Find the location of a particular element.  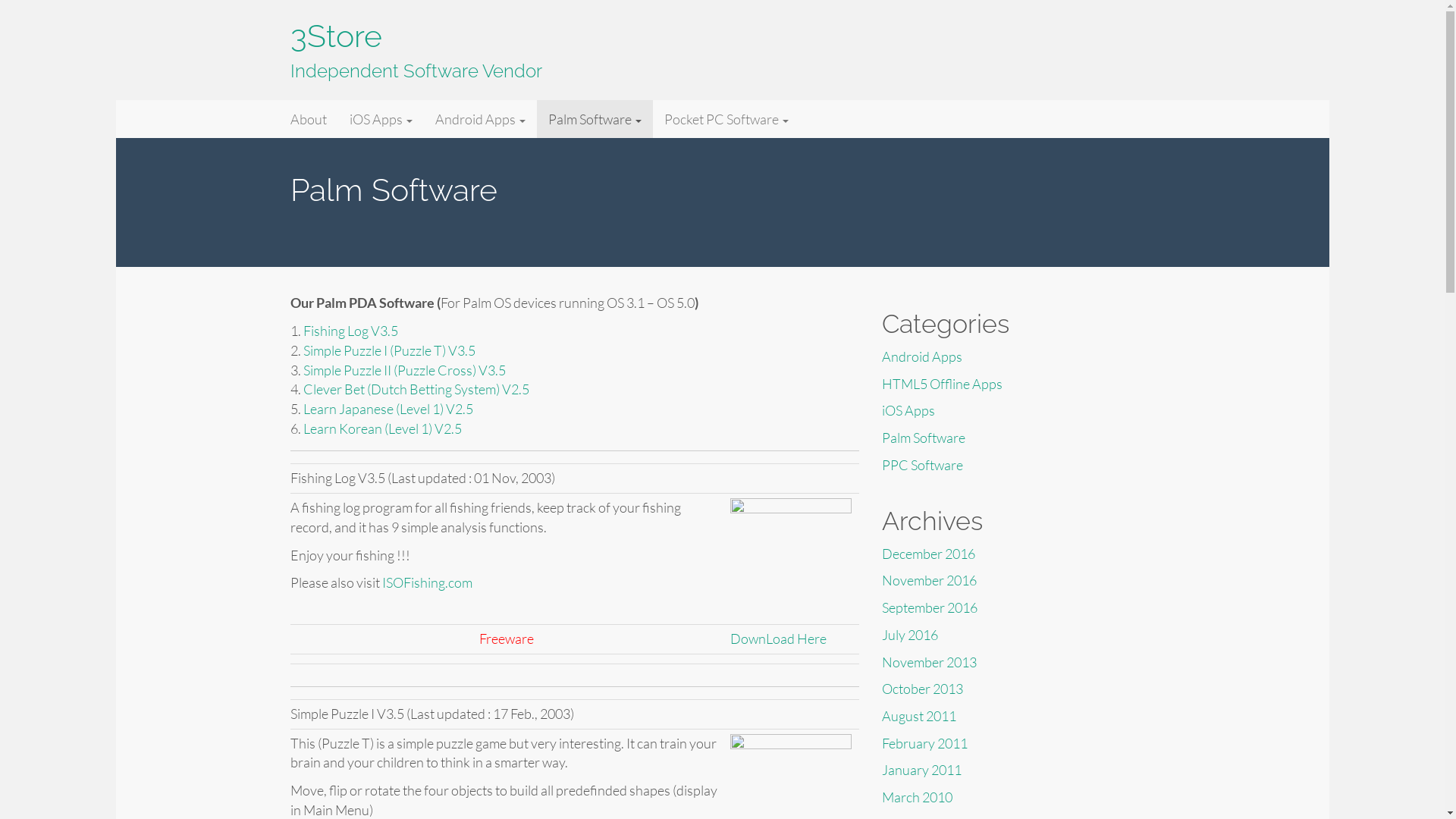

'Palm Software' is located at coordinates (594, 118).